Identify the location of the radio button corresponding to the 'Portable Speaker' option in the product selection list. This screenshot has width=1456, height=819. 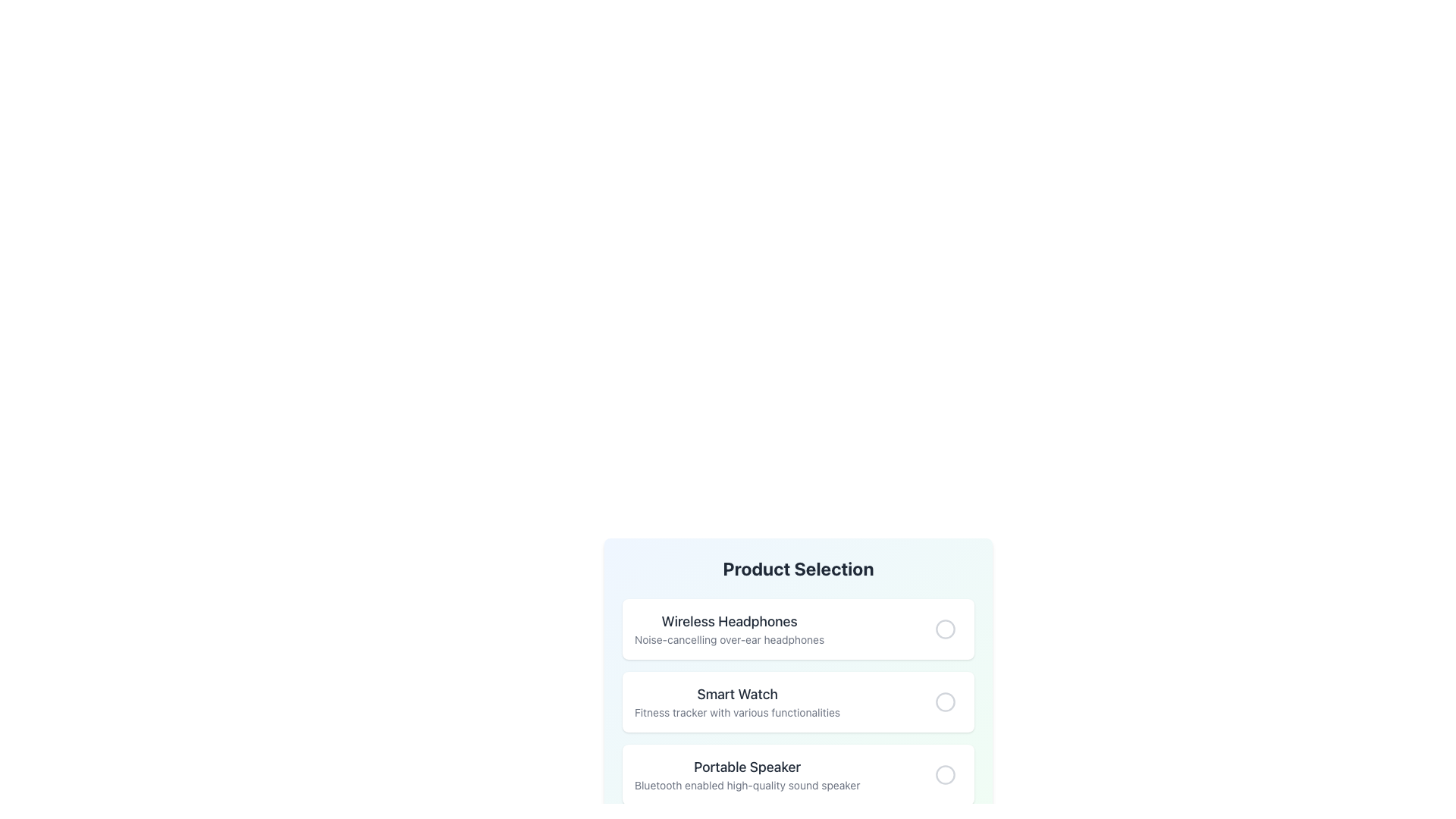
(945, 774).